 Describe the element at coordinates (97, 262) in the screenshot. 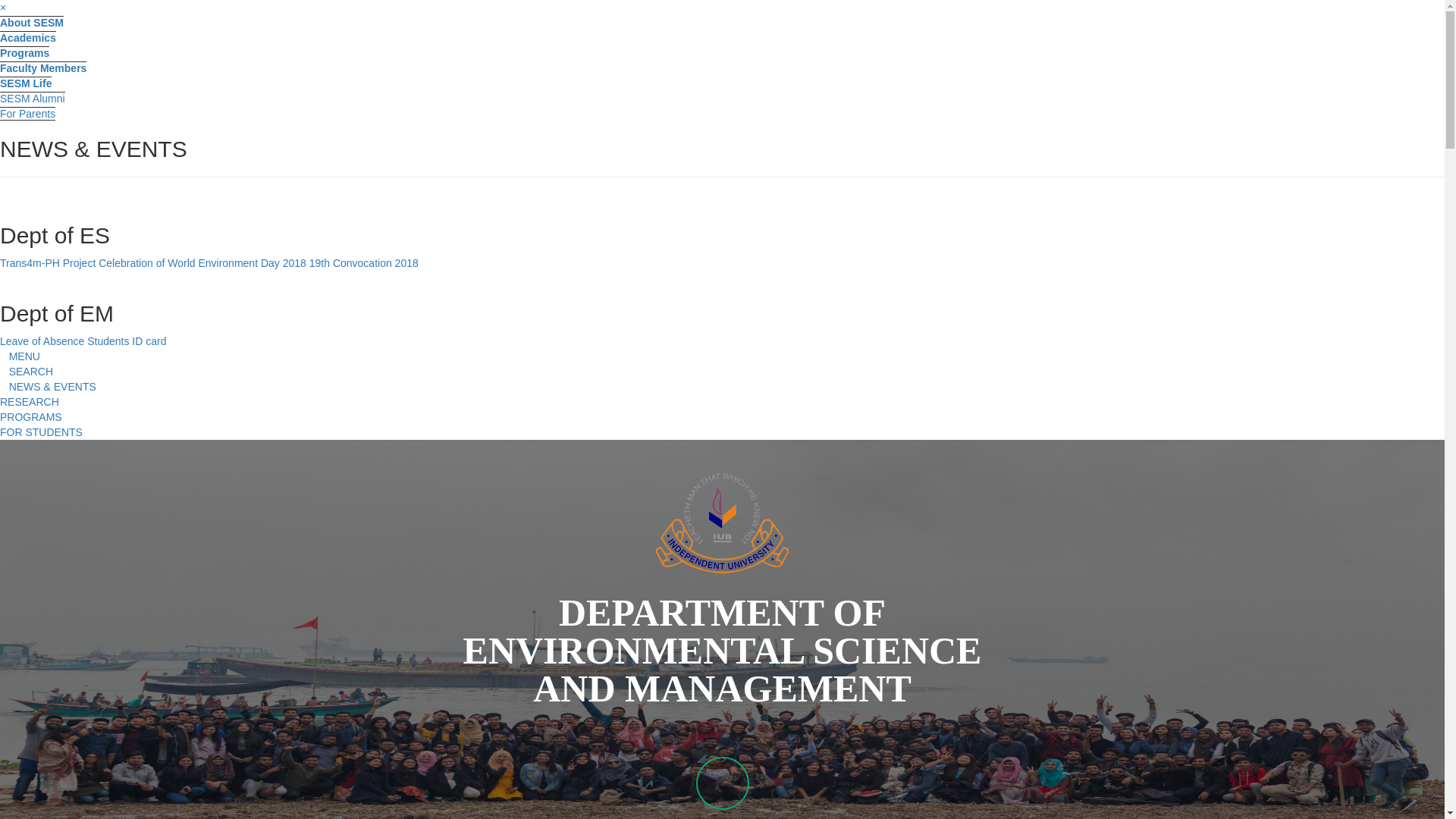

I see `'Celebration of World Environment Day 2018'` at that location.